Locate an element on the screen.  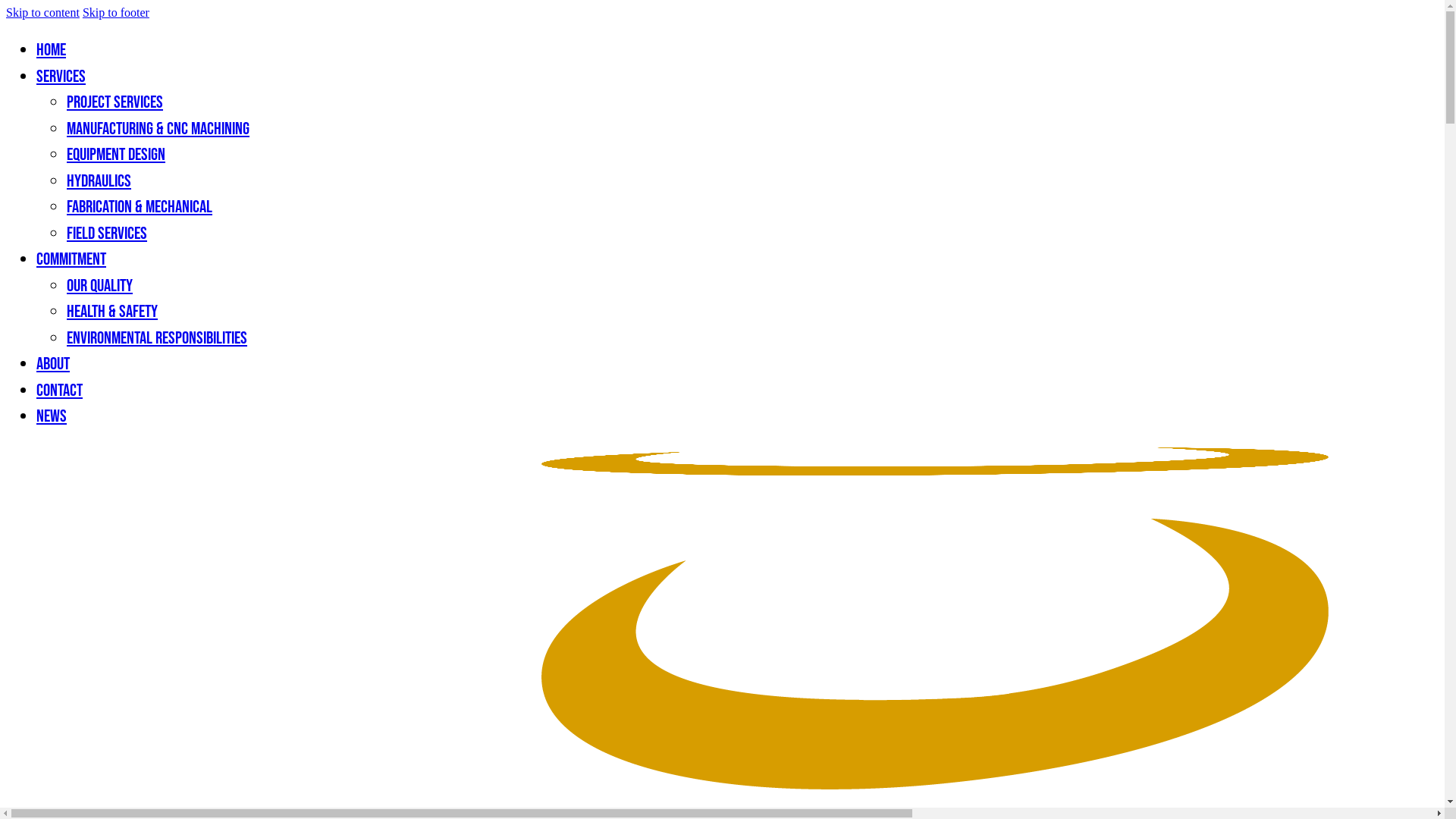
'Field Services' is located at coordinates (105, 234).